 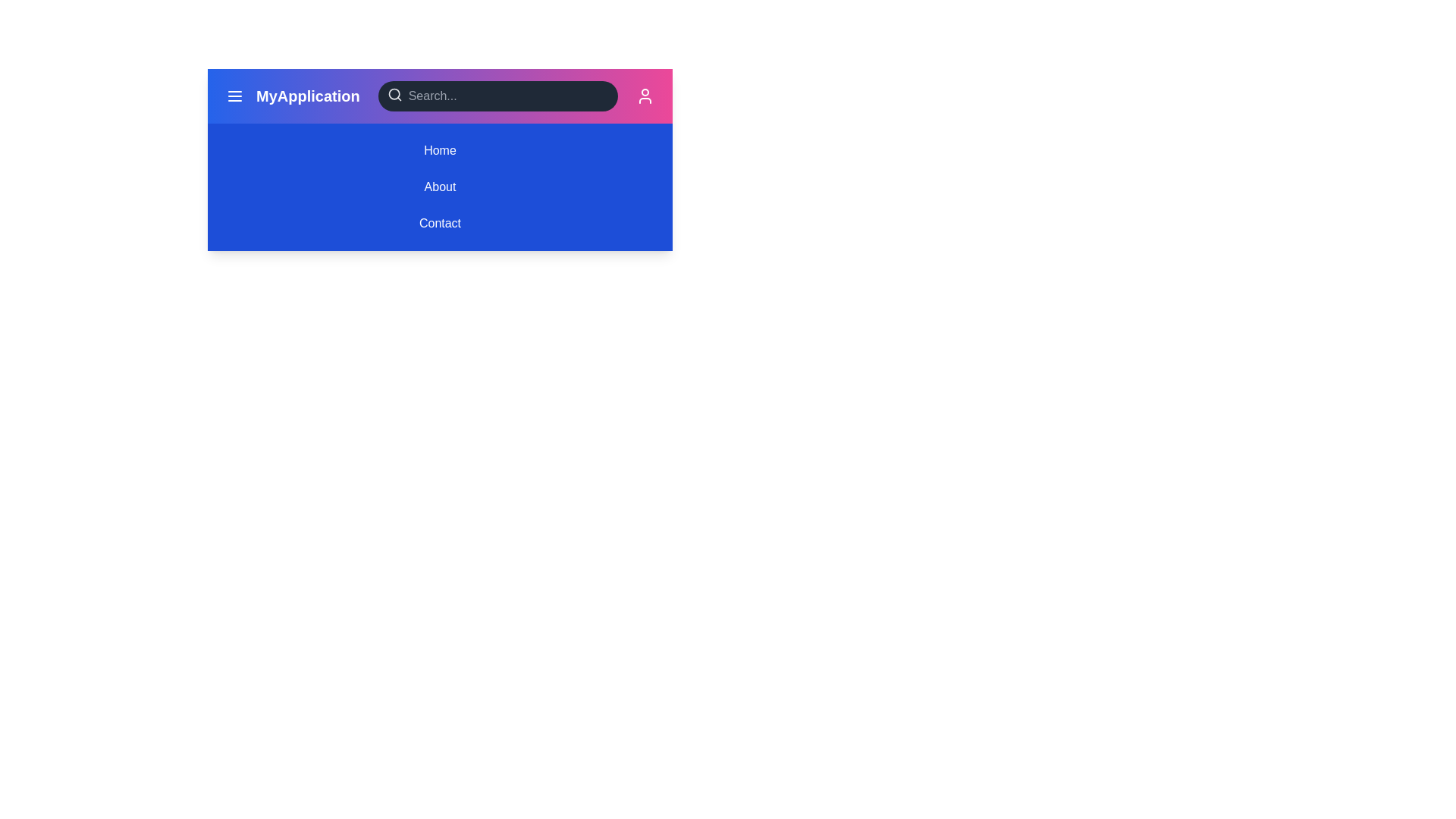 What do you see at coordinates (439, 151) in the screenshot?
I see `the menu item Home to navigate to the corresponding section` at bounding box center [439, 151].